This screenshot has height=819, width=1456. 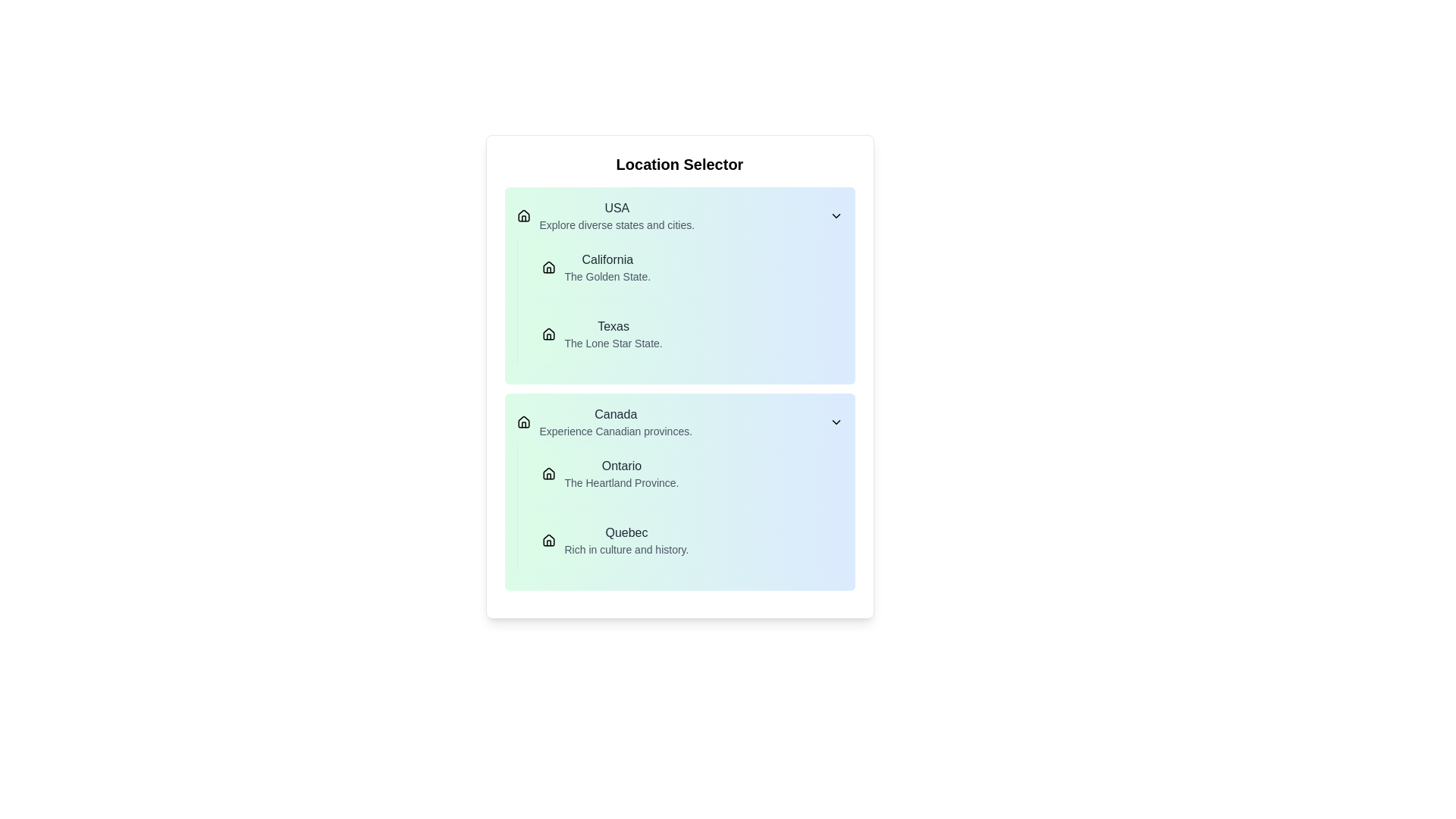 I want to click on text label displaying 'Ontario', which is styled with a medium font weight and dark gray color, located in the 'Canada' section of the location selector interface, so click(x=622, y=465).